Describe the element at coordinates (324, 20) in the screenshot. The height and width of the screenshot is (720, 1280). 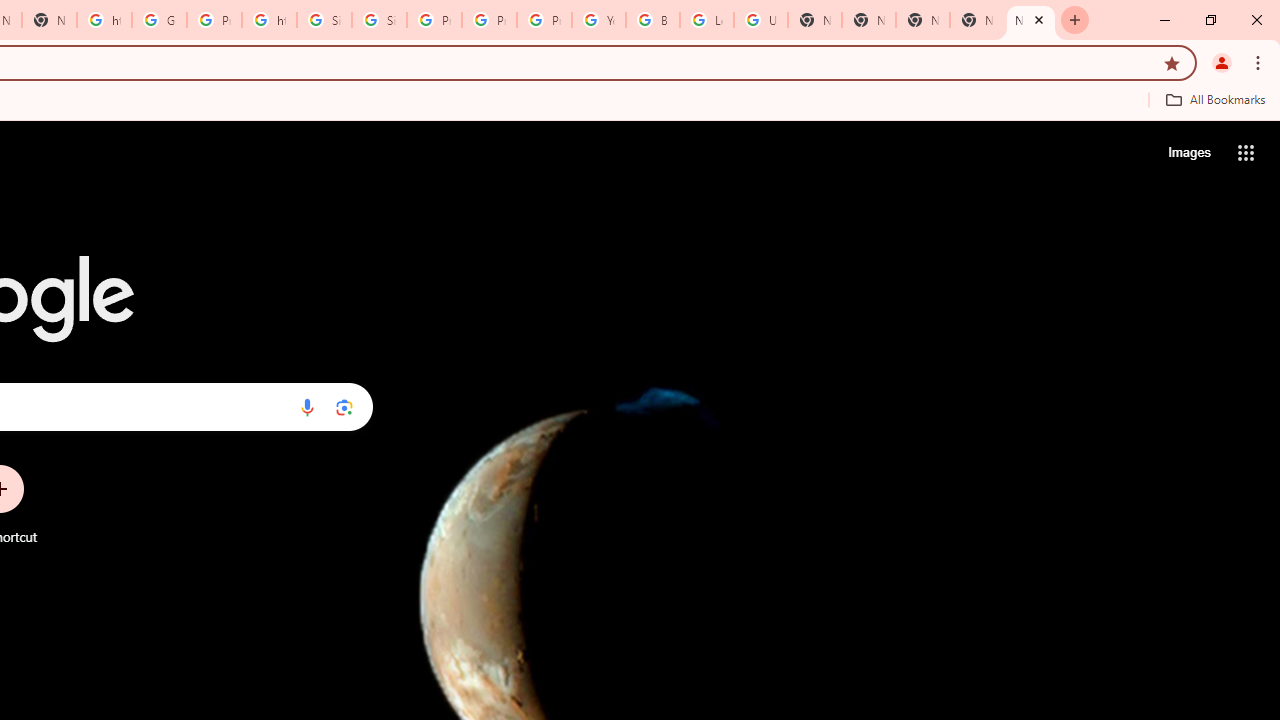
I see `'Sign in - Google Accounts'` at that location.